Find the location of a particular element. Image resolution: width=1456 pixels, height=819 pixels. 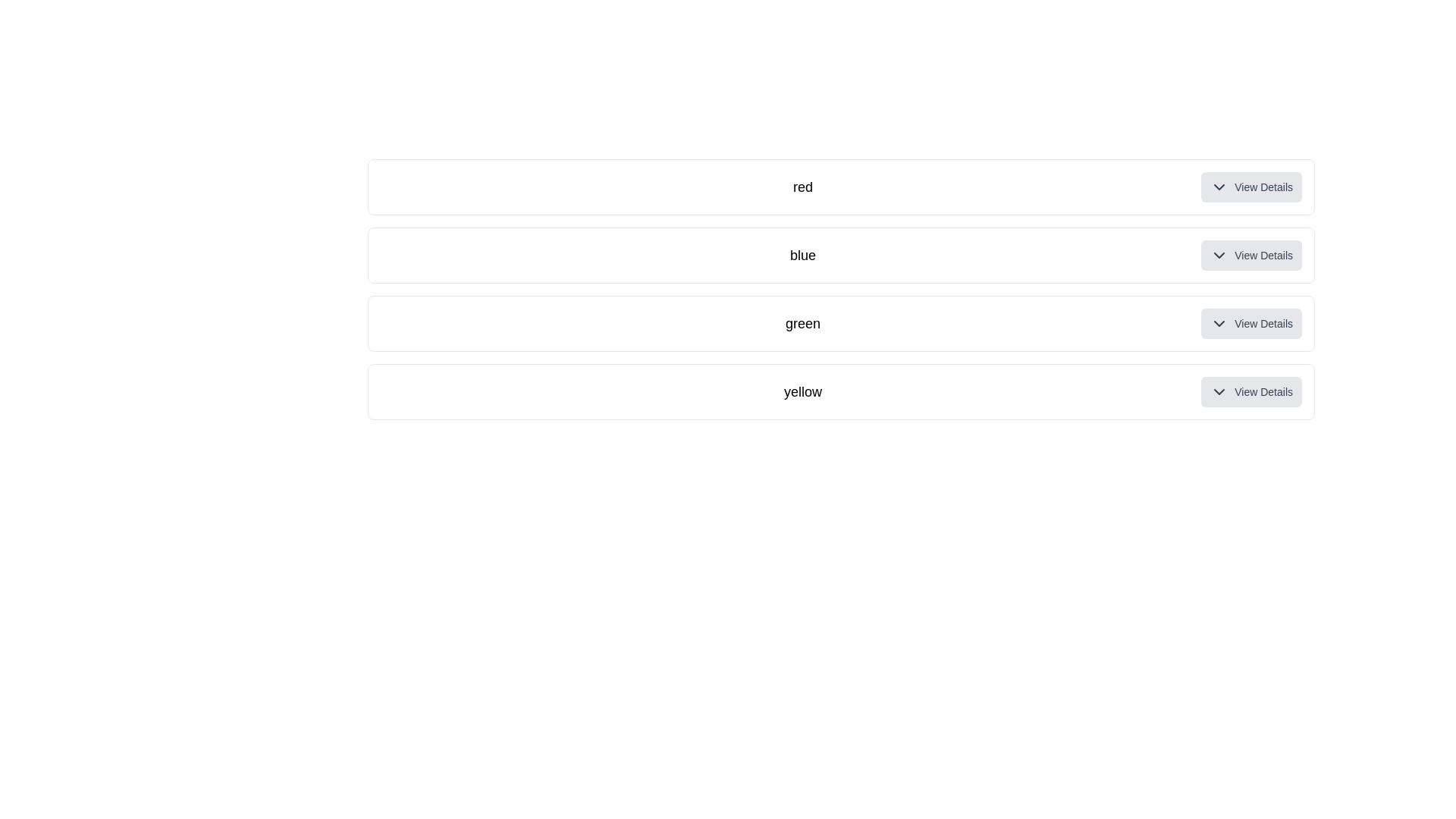

the icon located to the left of the 'View Details' button in the fourth row of the list is located at coordinates (1219, 391).